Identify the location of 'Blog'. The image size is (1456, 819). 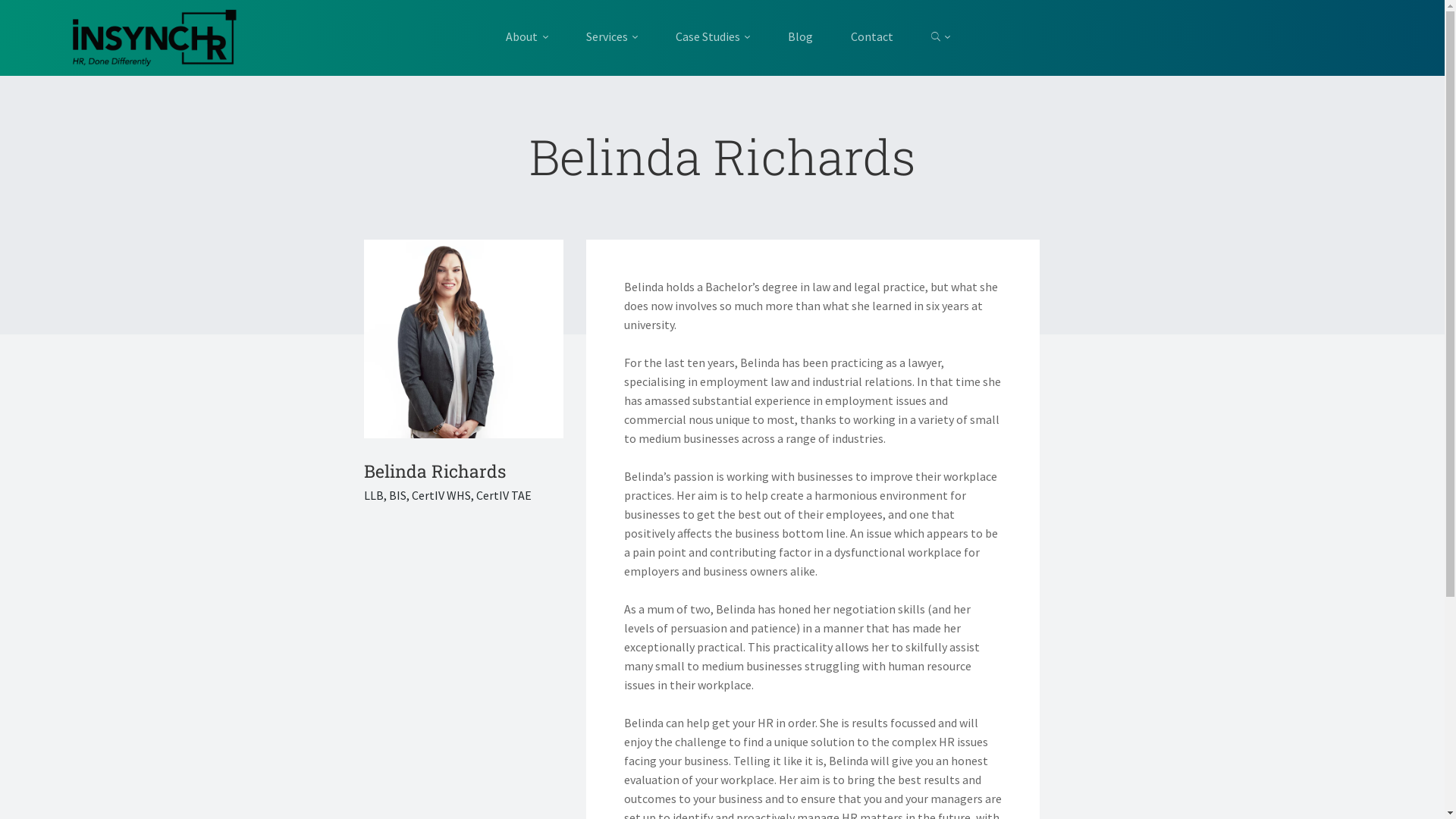
(799, 36).